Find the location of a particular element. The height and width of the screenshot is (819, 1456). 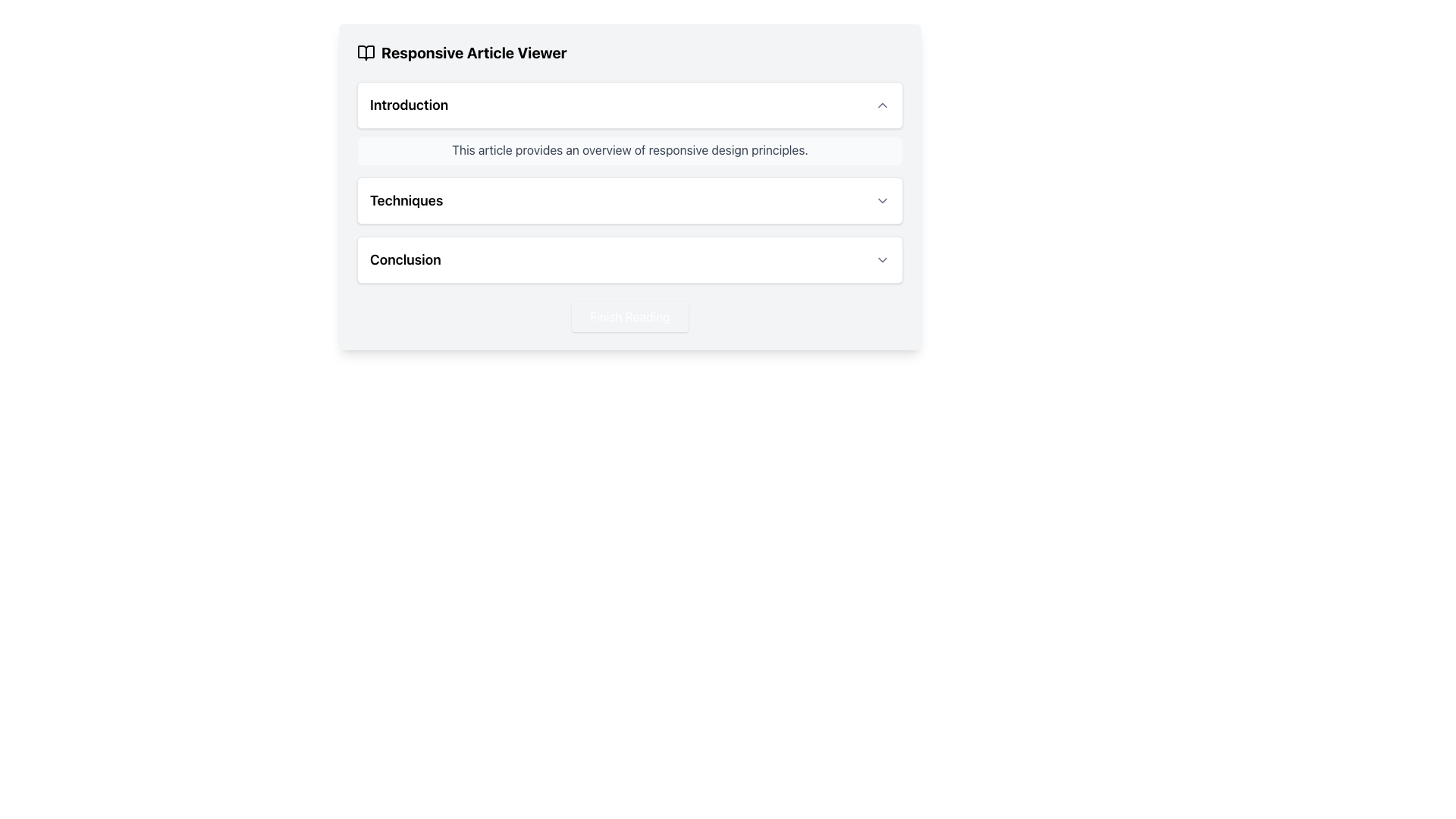

text label that displays 'Responsive Article Viewer', located in the top-left section of a card layout, next to a book icon is located at coordinates (473, 52).